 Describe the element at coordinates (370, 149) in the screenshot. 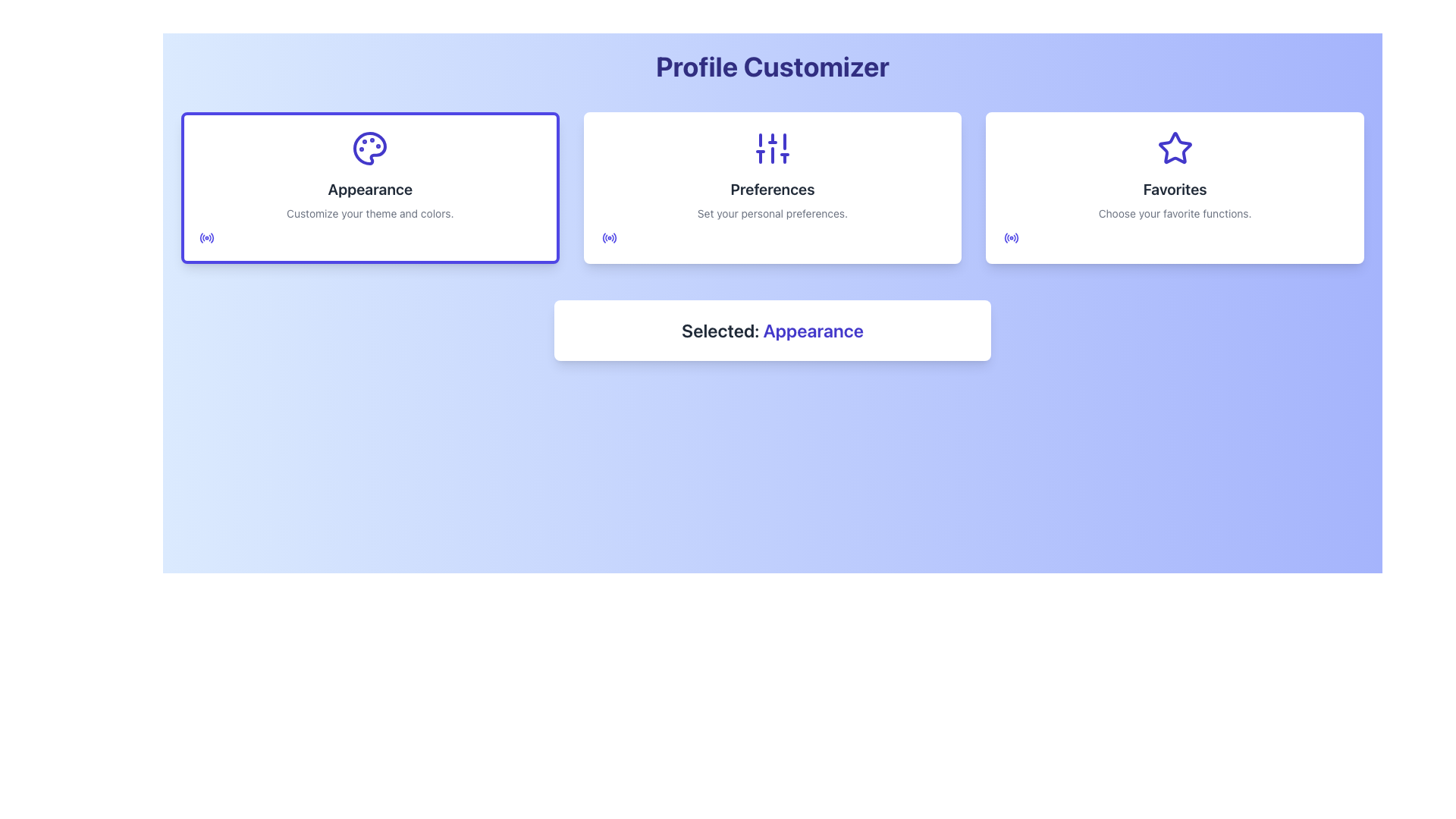

I see `the painter's palette icon located within the 'Appearance' card` at that location.